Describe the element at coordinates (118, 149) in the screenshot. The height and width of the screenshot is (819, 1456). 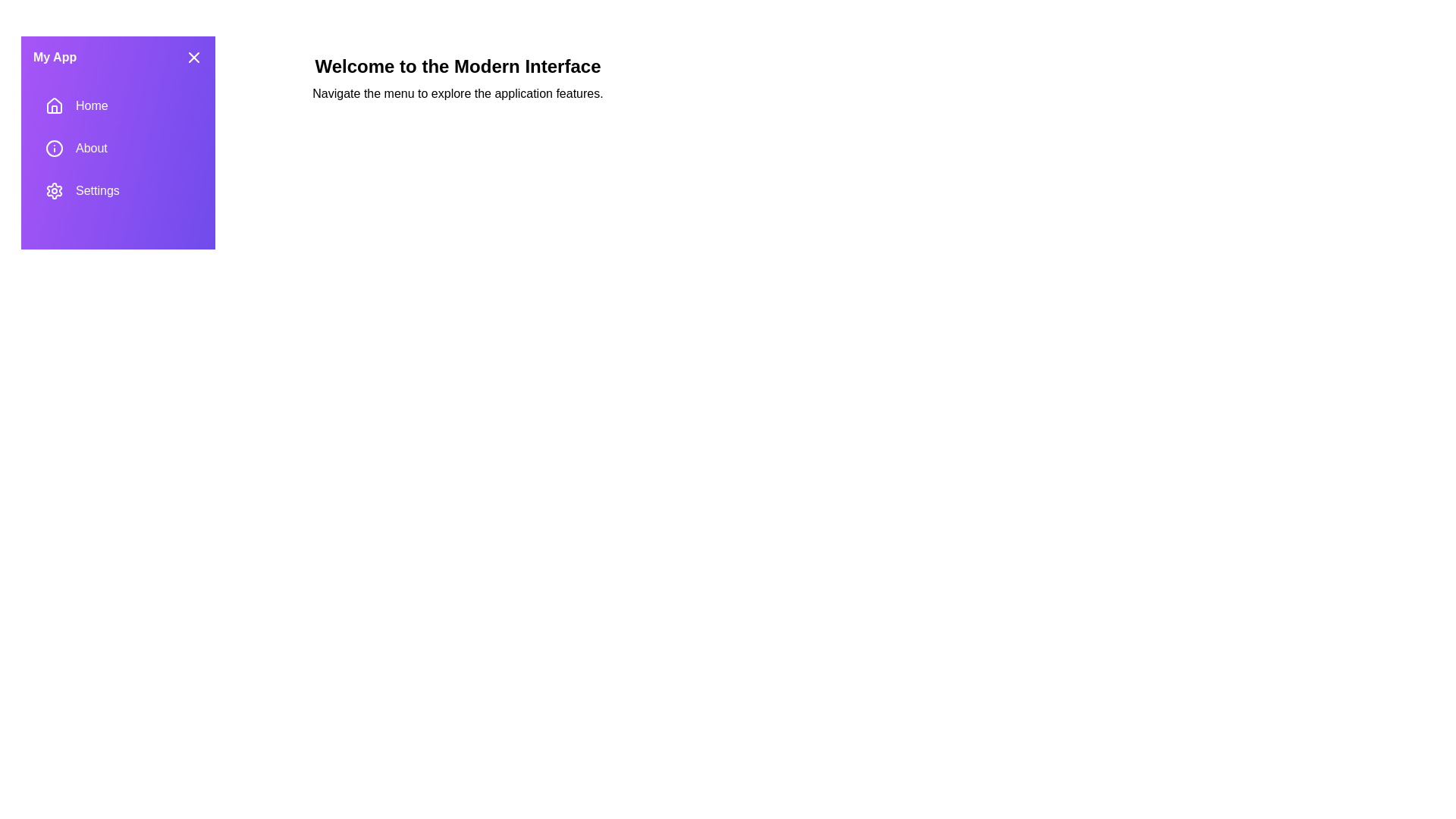
I see `the 'About' section in the drawer` at that location.